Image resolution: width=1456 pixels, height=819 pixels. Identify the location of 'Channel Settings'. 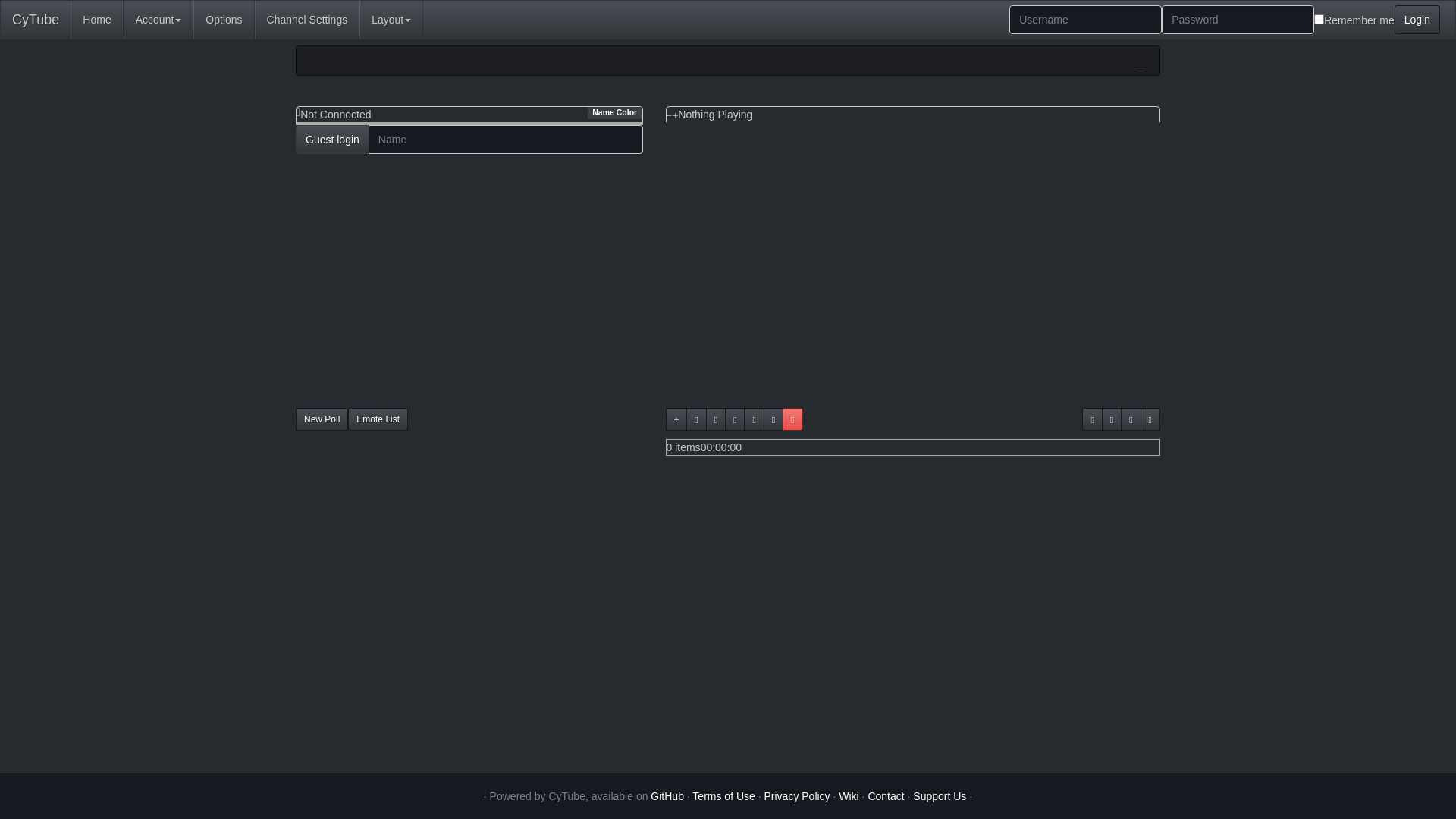
(306, 20).